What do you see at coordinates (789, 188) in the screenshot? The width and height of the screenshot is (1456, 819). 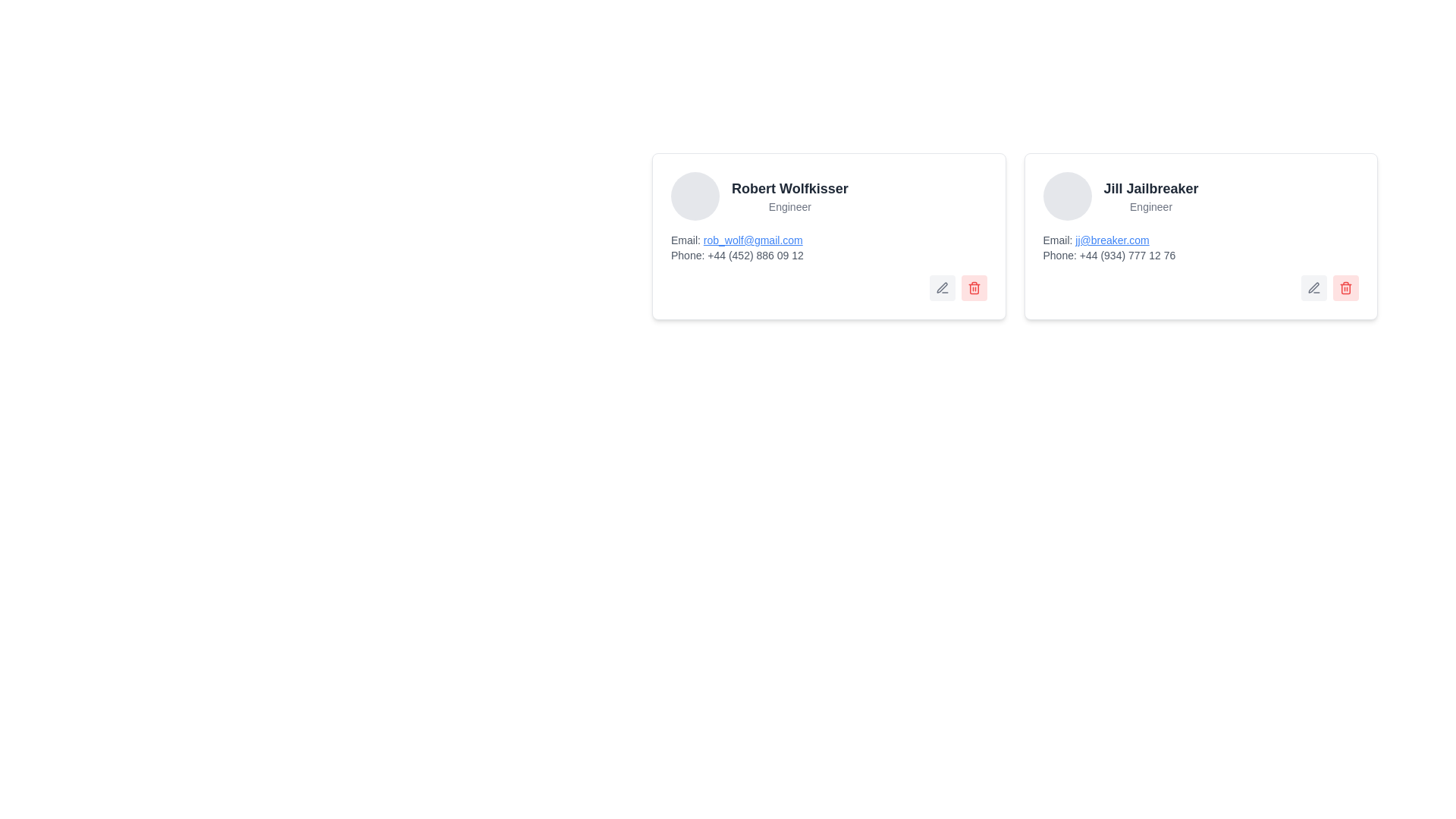 I see `the information displayed in the Text Display that shows the name 'Robert Wolfkisser' in bold, large dark gray font at the top-left of the user profile card layout` at bounding box center [789, 188].